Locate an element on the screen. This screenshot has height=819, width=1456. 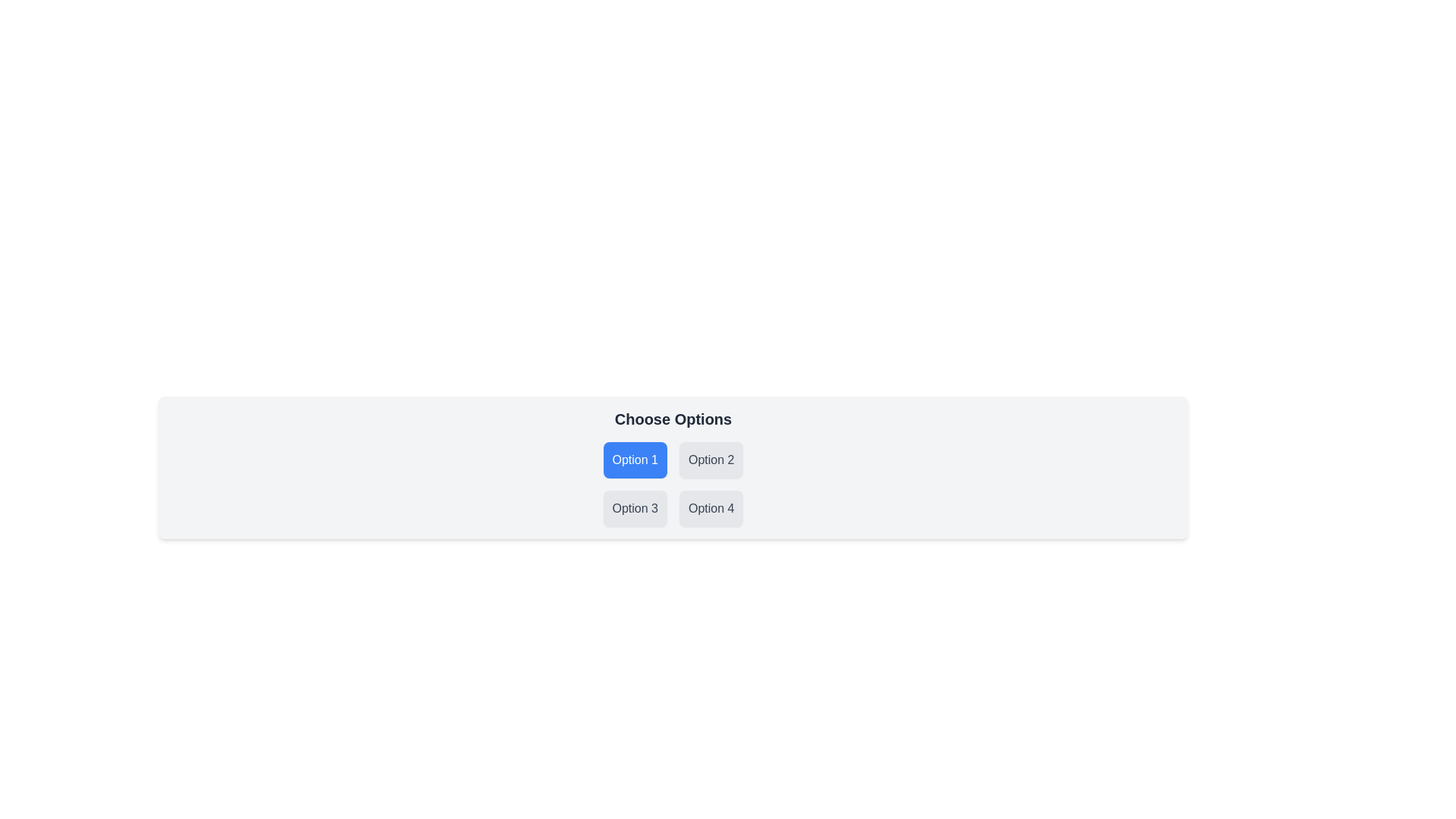
the button that represents 'Option 2' in the top-right position of a 2x2 grid layout is located at coordinates (711, 459).